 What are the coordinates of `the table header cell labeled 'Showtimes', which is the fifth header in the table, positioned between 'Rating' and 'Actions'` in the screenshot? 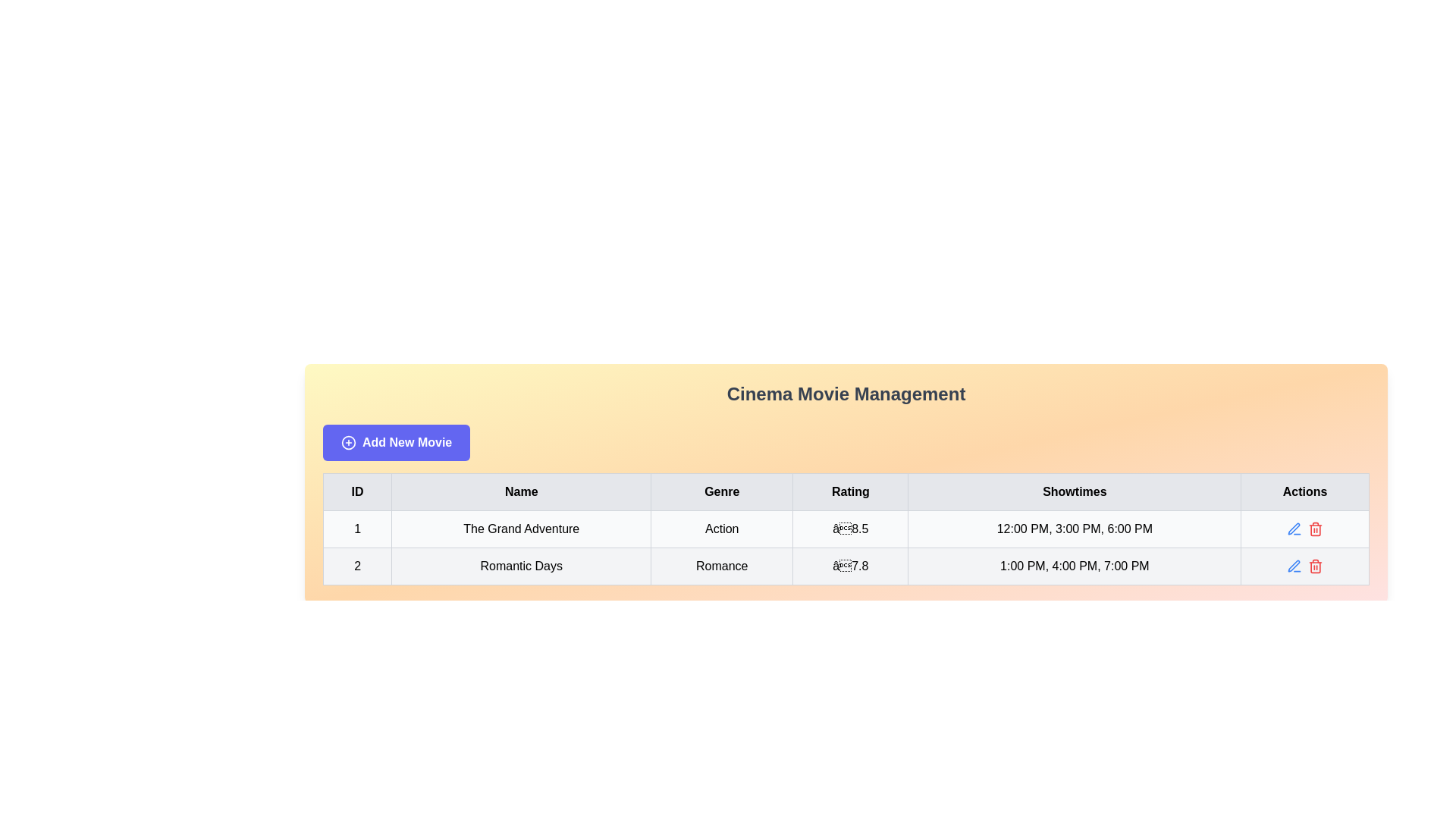 It's located at (1074, 491).